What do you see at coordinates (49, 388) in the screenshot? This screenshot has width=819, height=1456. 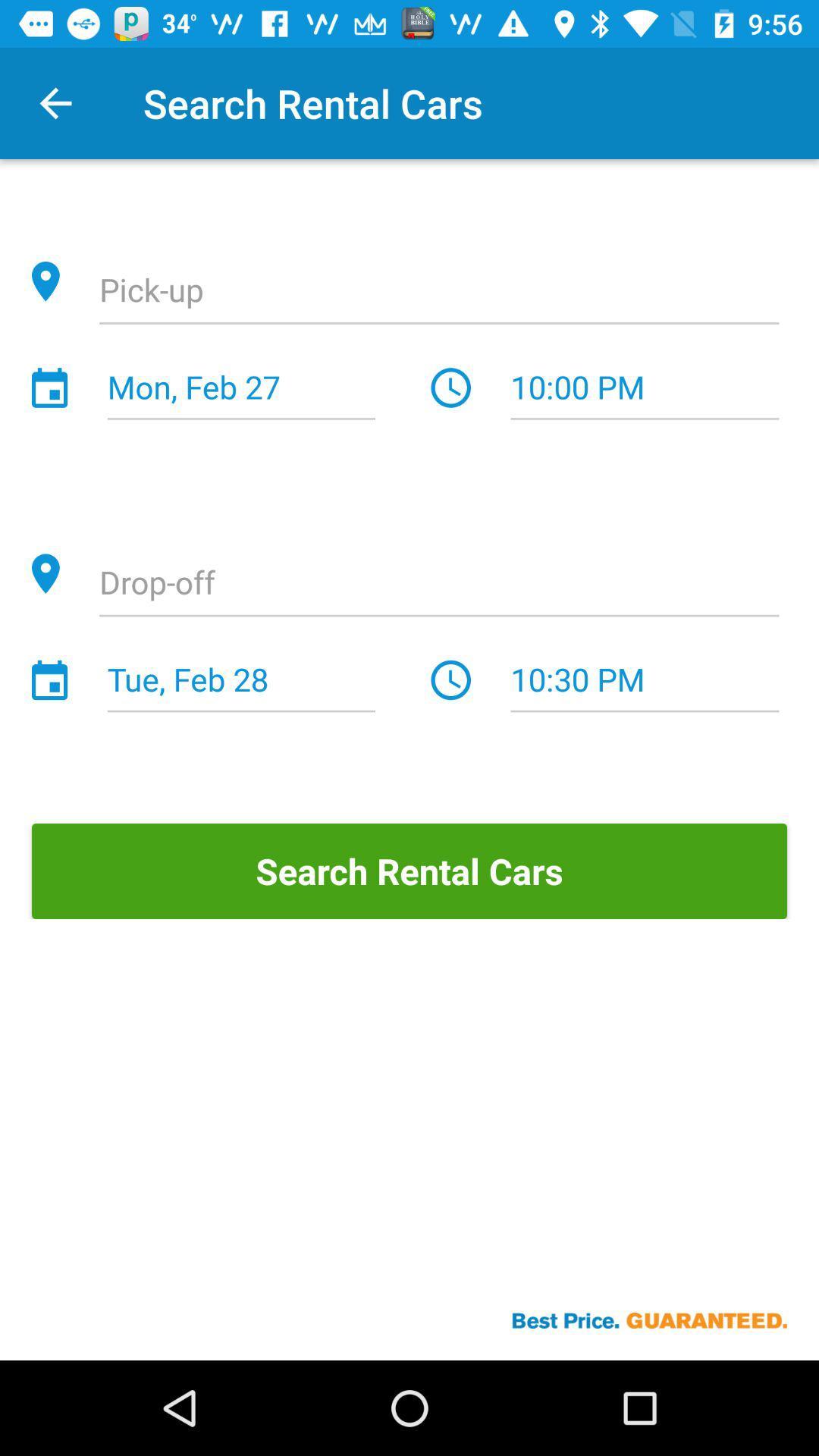 I see `calendar` at bounding box center [49, 388].